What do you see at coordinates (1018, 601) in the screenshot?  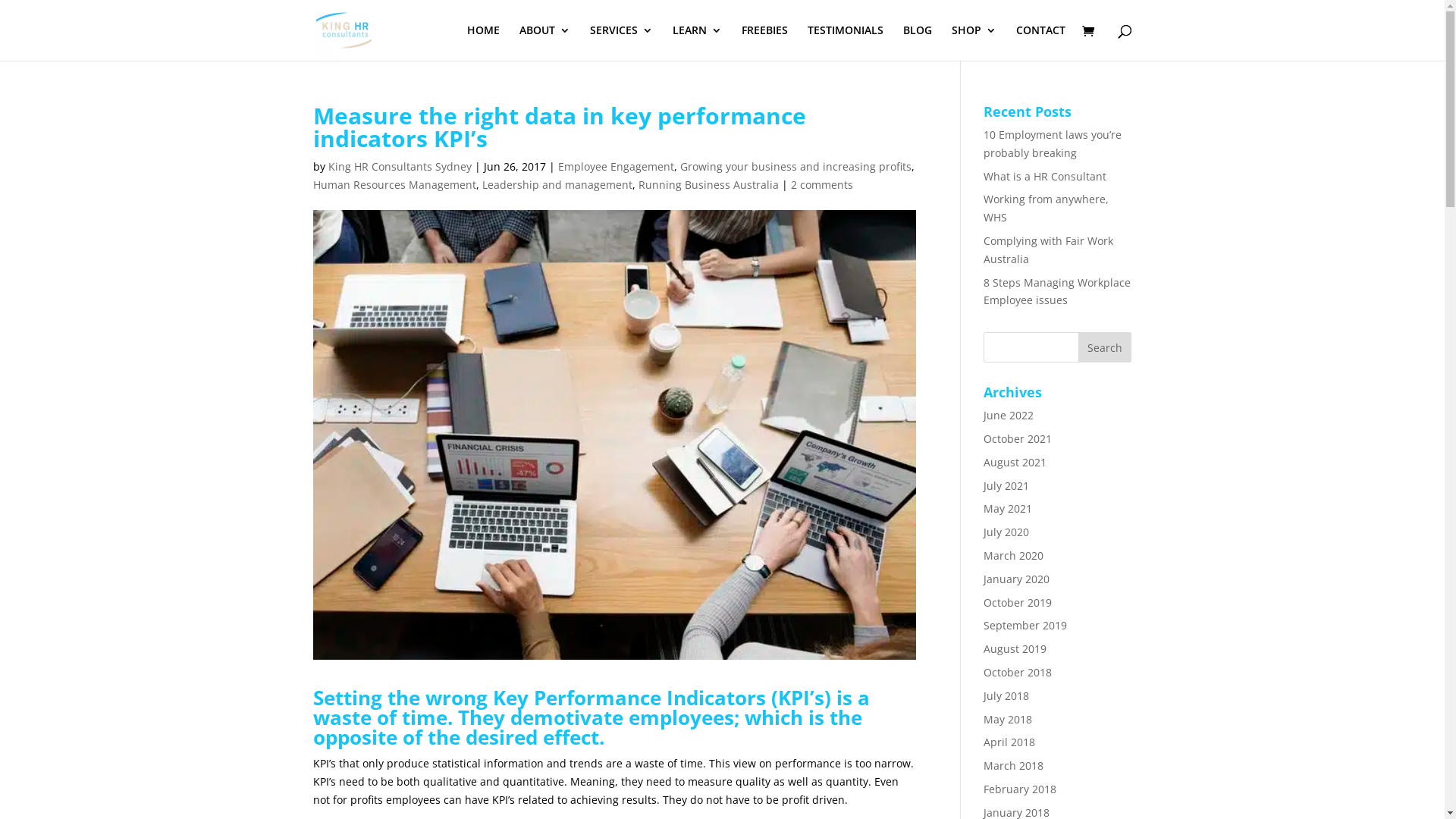 I see `'October 2019'` at bounding box center [1018, 601].